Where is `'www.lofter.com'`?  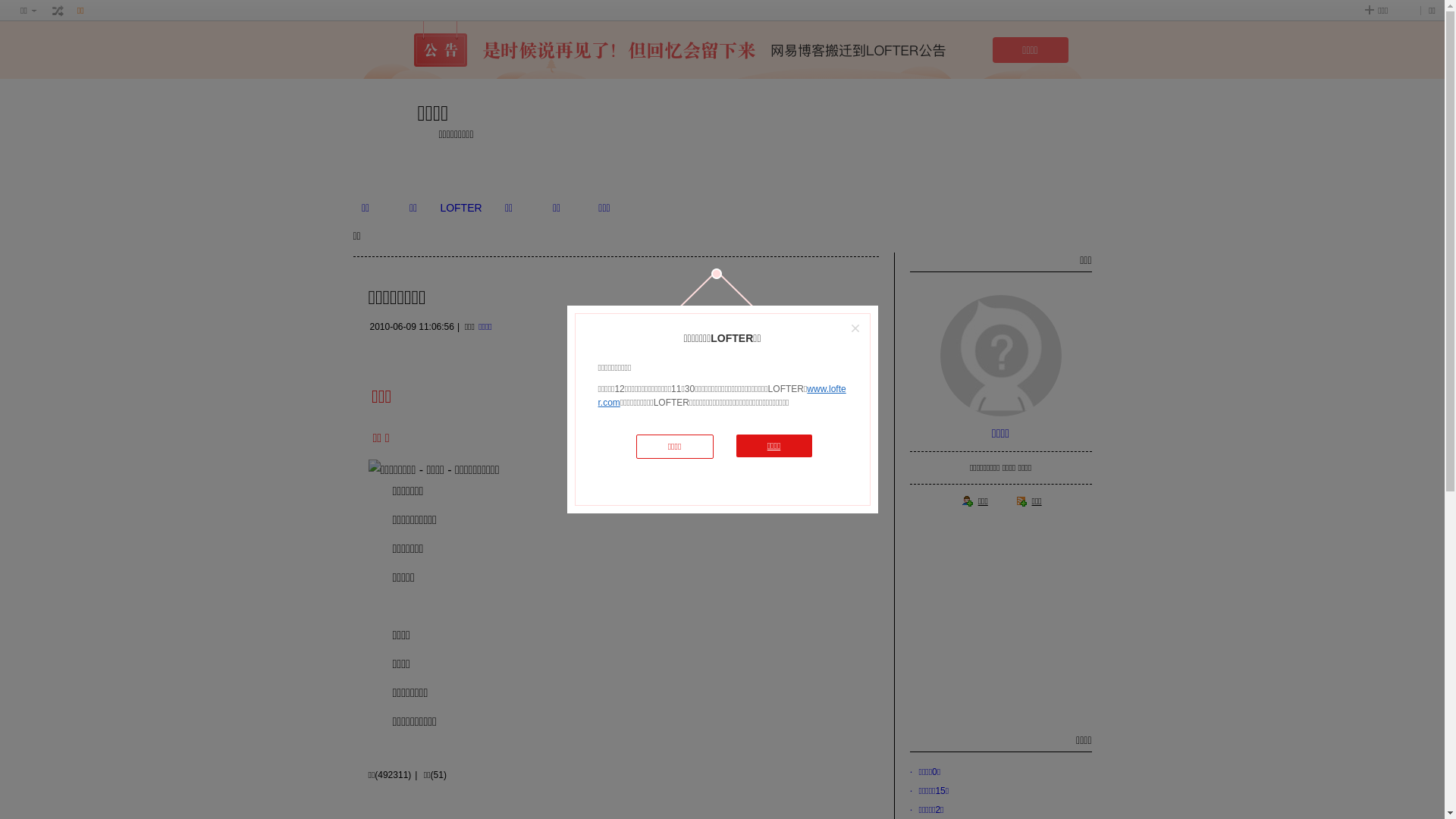
'www.lofter.com' is located at coordinates (720, 394).